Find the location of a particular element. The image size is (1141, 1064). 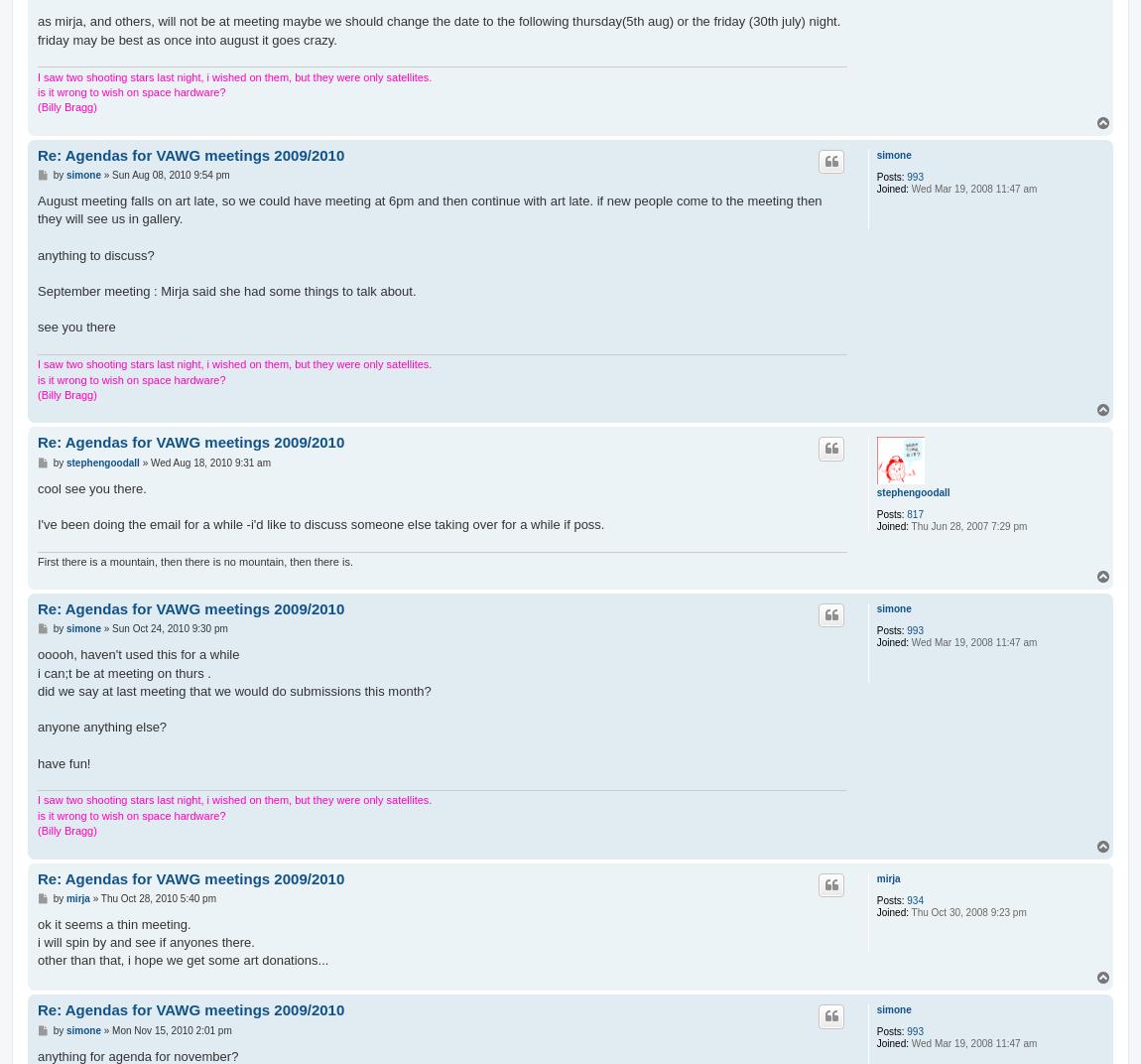

'Sun Aug 08, 2010 9:54 pm' is located at coordinates (111, 173).